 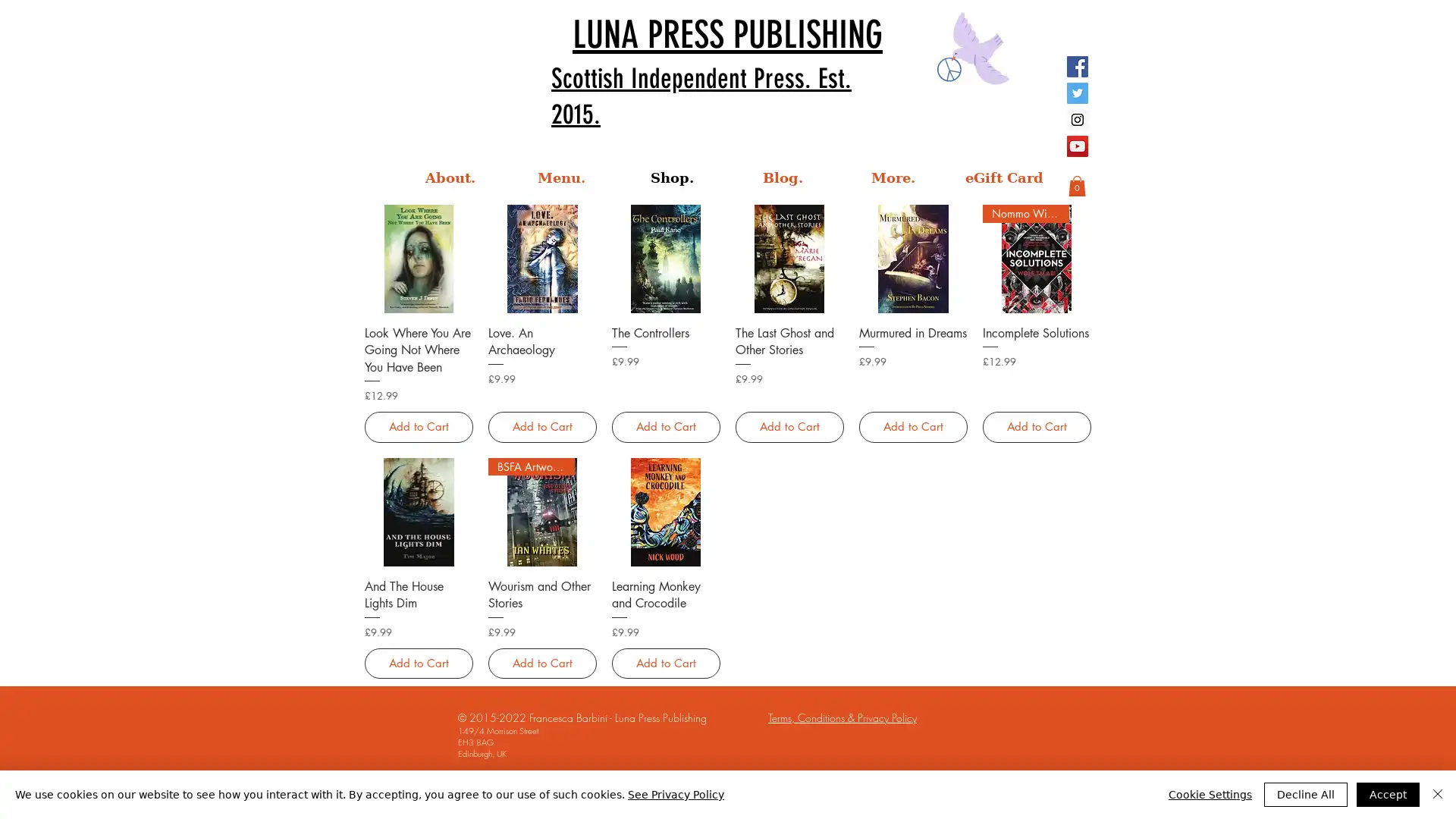 I want to click on Quick View, so click(x=419, y=584).